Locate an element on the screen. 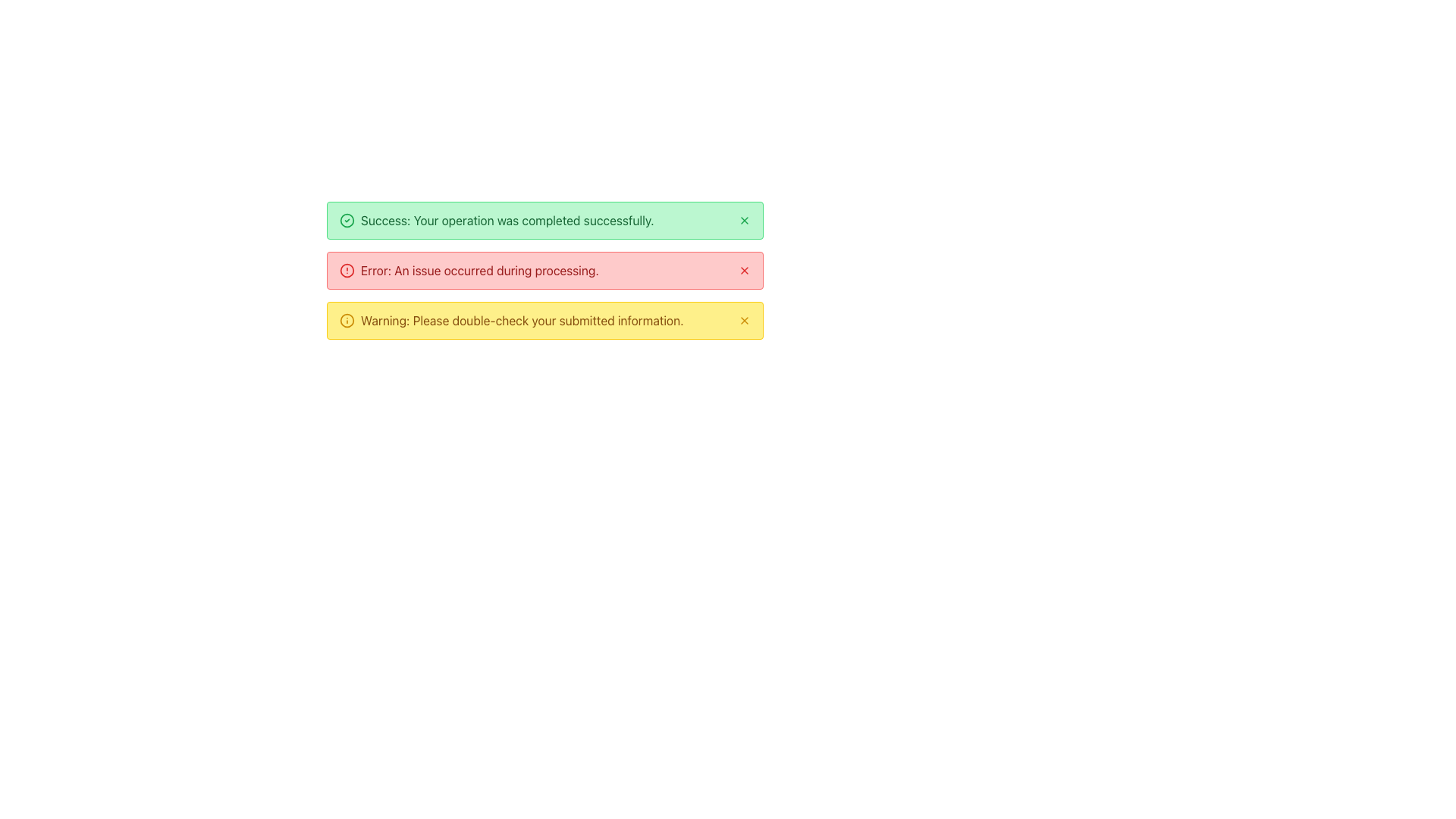 The width and height of the screenshot is (1456, 819). the text label displaying the message 'Success: Your operation was completed successfully.' with a green font, indicating a successful operation is located at coordinates (507, 220).